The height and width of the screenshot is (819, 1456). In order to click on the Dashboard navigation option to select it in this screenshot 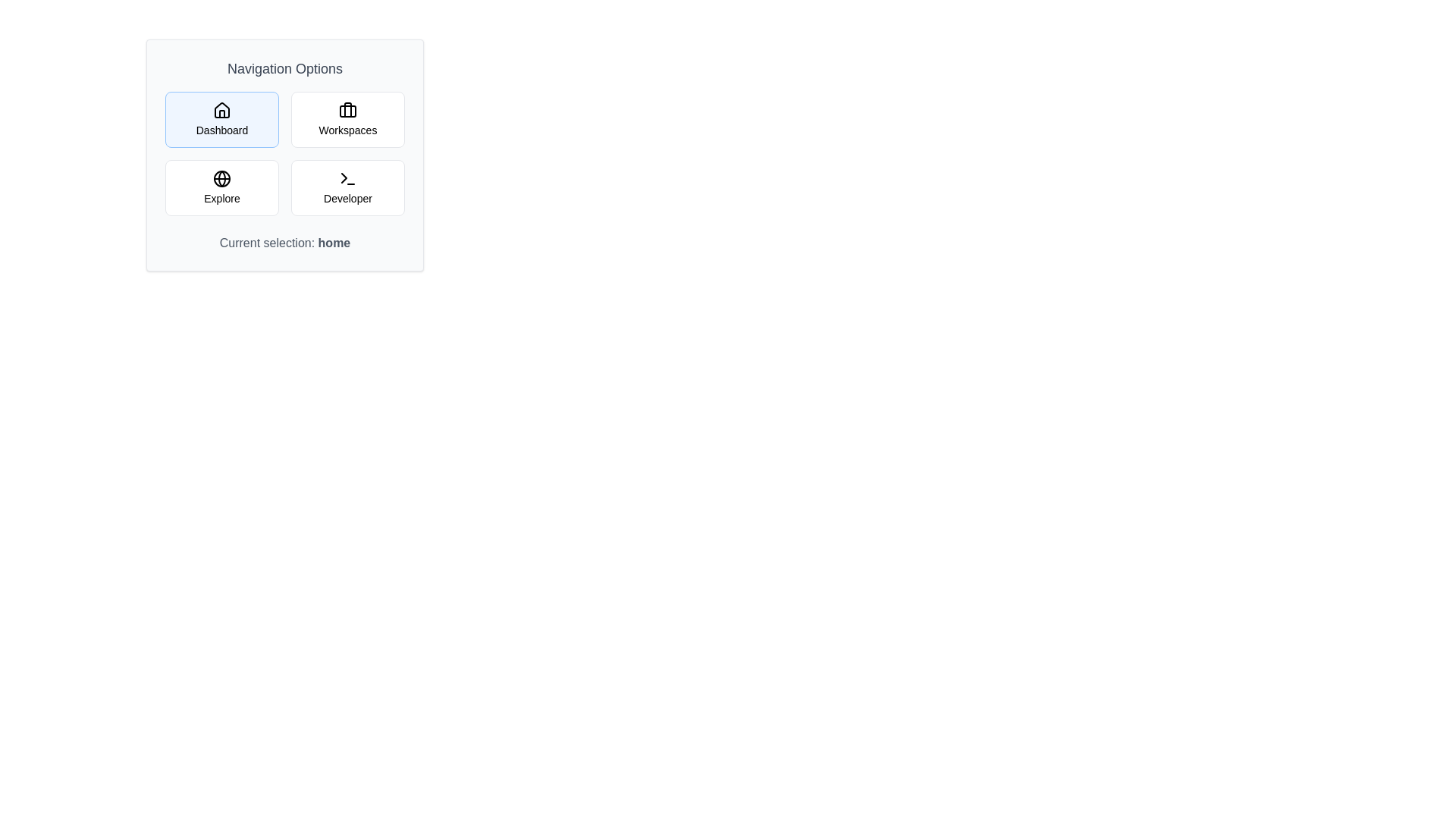, I will do `click(221, 119)`.